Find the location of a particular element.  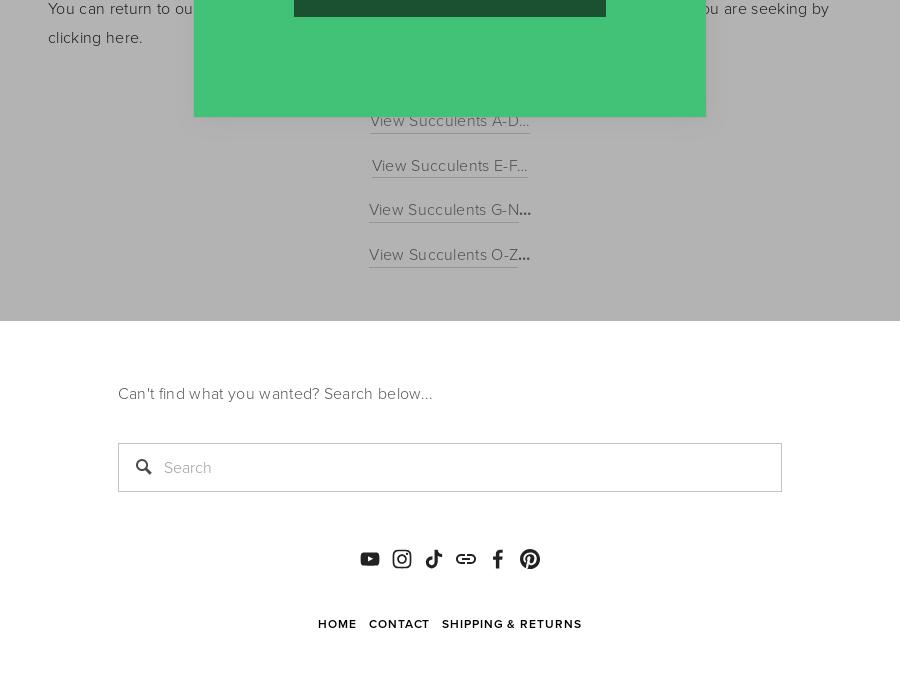

'View Succulents O-Z' is located at coordinates (368, 254).